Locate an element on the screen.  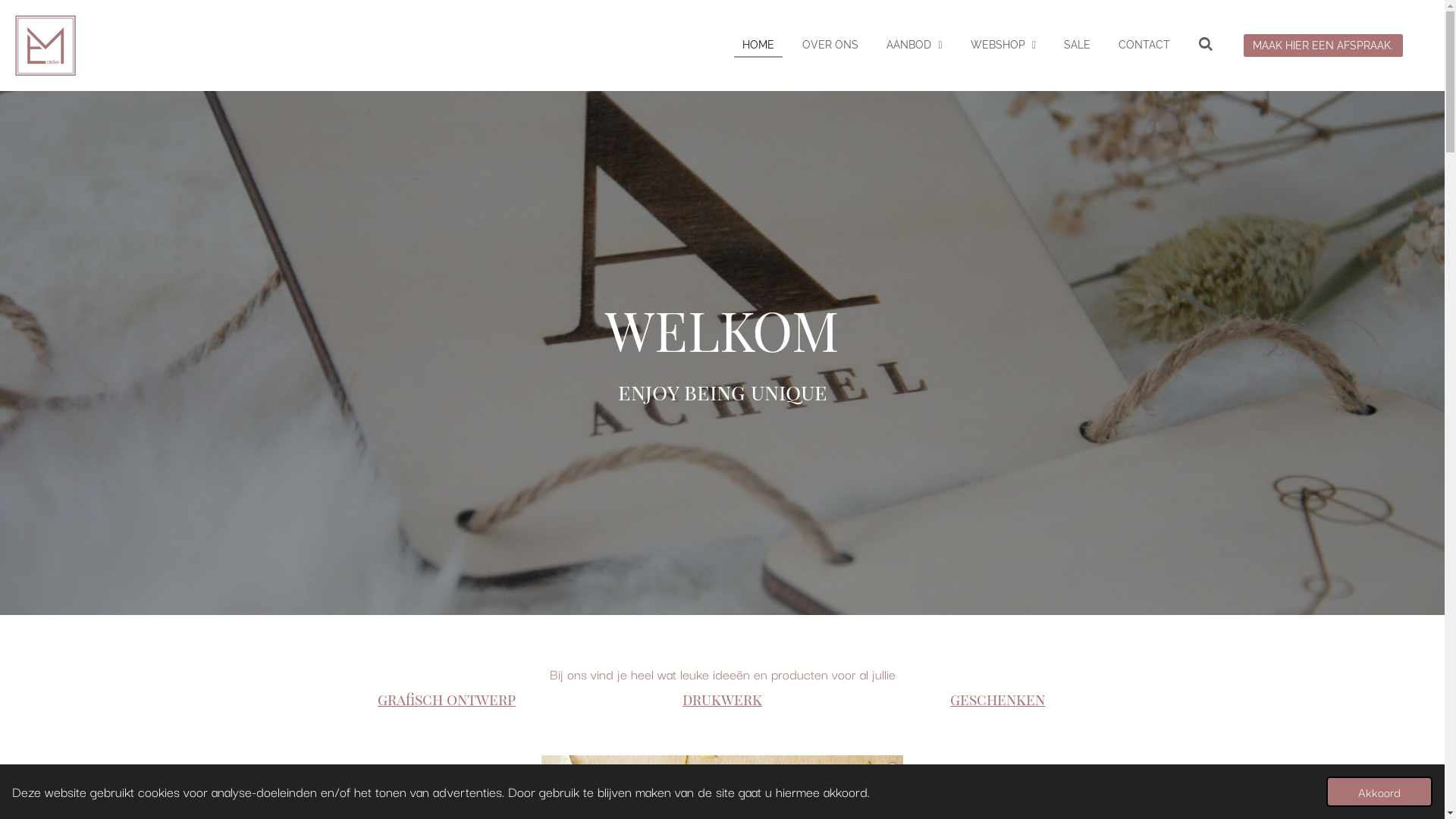
'Zoeken' is located at coordinates (1189, 44).